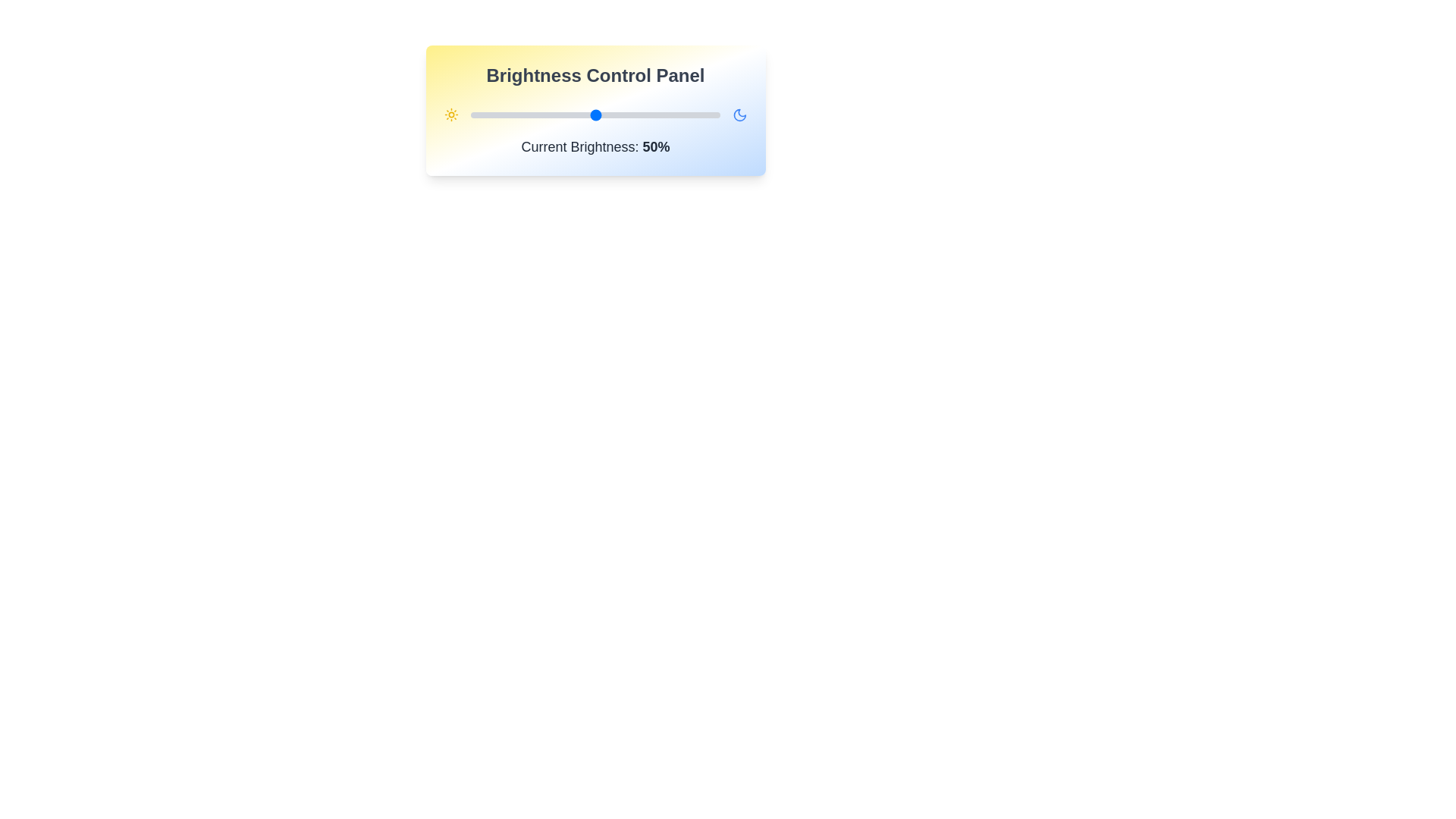  What do you see at coordinates (541, 114) in the screenshot?
I see `the brightness` at bounding box center [541, 114].